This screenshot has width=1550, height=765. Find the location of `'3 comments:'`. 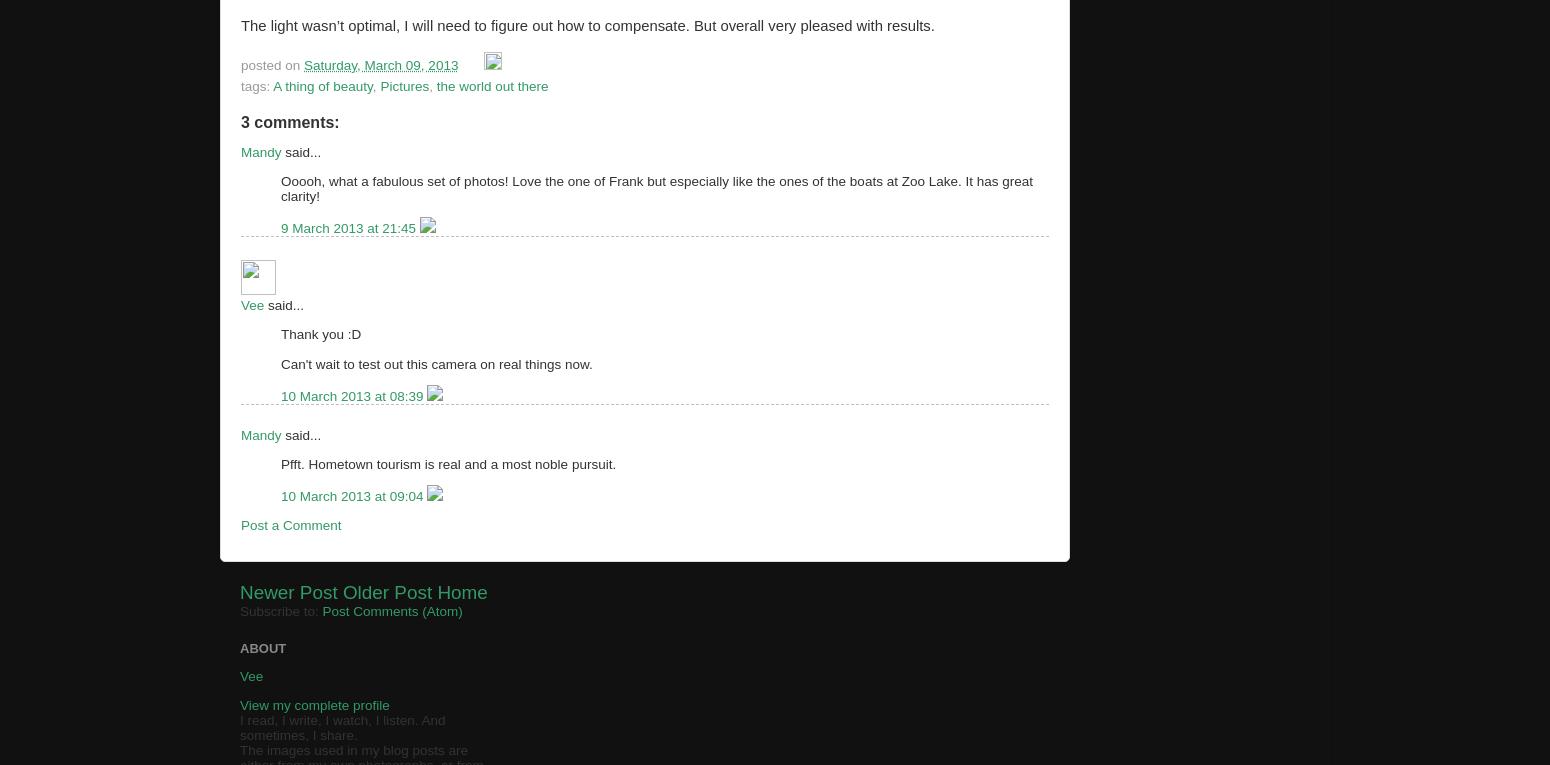

'3 comments:' is located at coordinates (290, 120).